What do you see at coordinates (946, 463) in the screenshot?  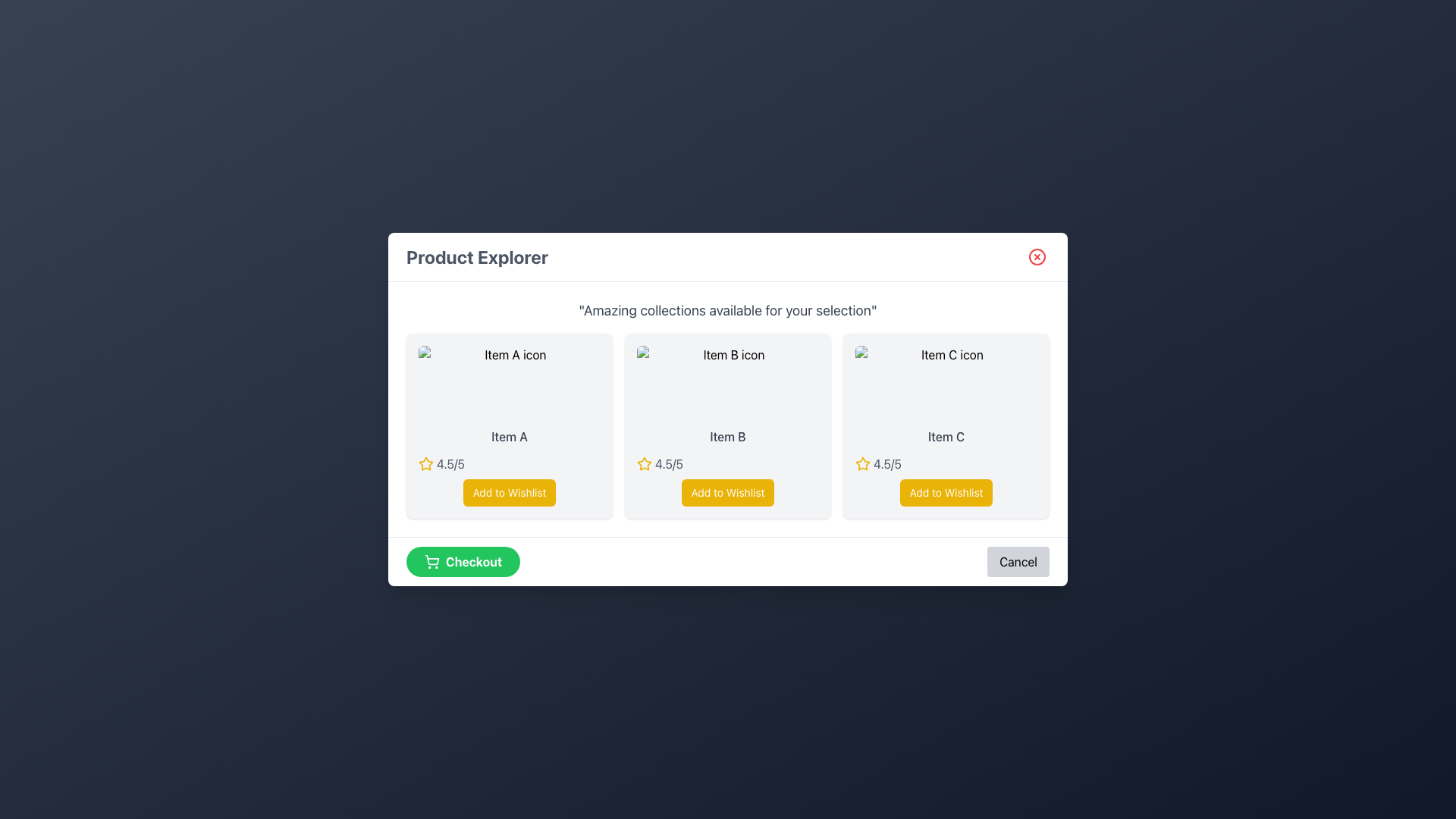 I see `the Rating display for 'Item C'` at bounding box center [946, 463].